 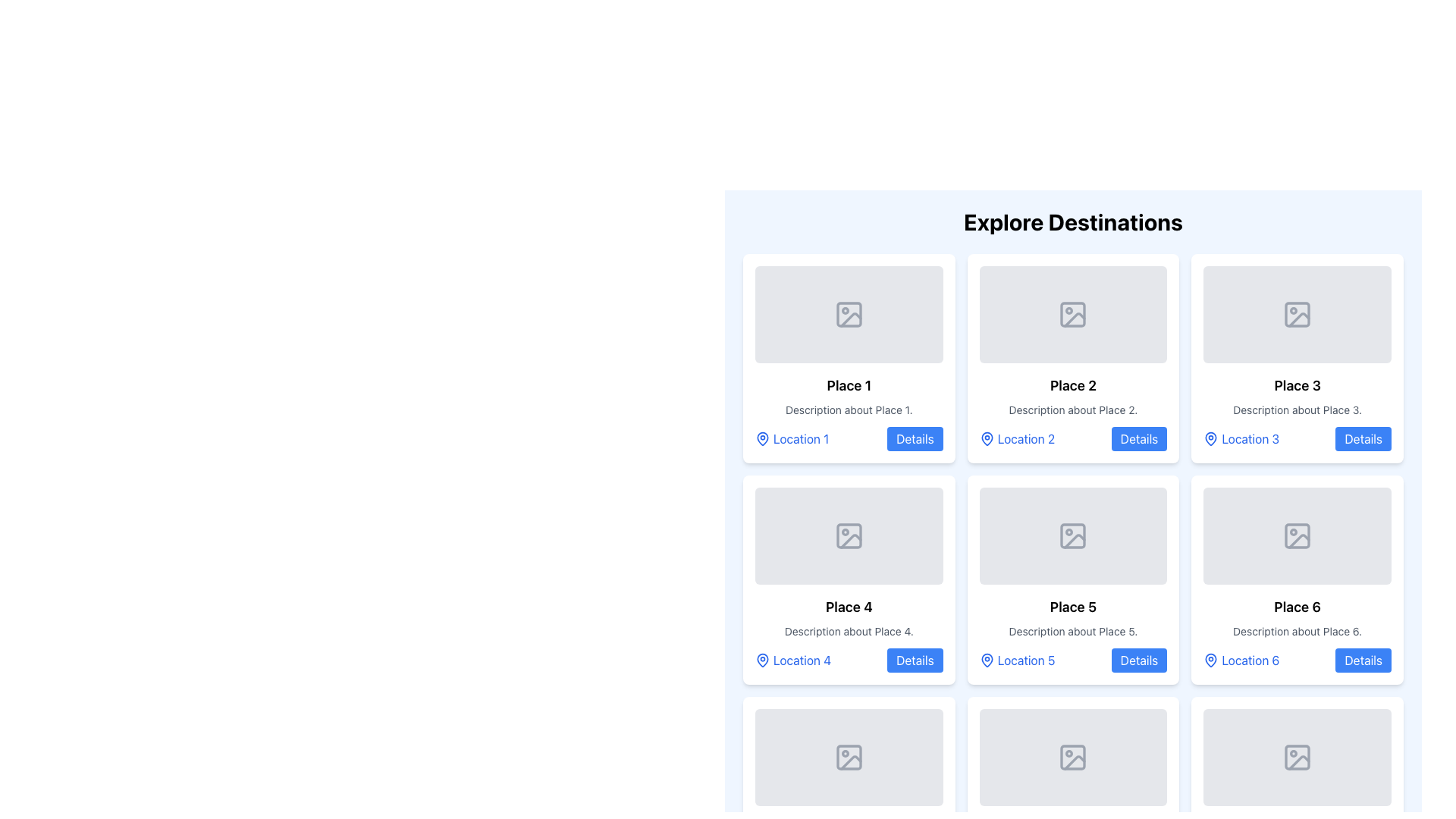 What do you see at coordinates (1297, 385) in the screenshot?
I see `the bold text label 'Place 3', which serves as the title for the third card from the left in the top row` at bounding box center [1297, 385].